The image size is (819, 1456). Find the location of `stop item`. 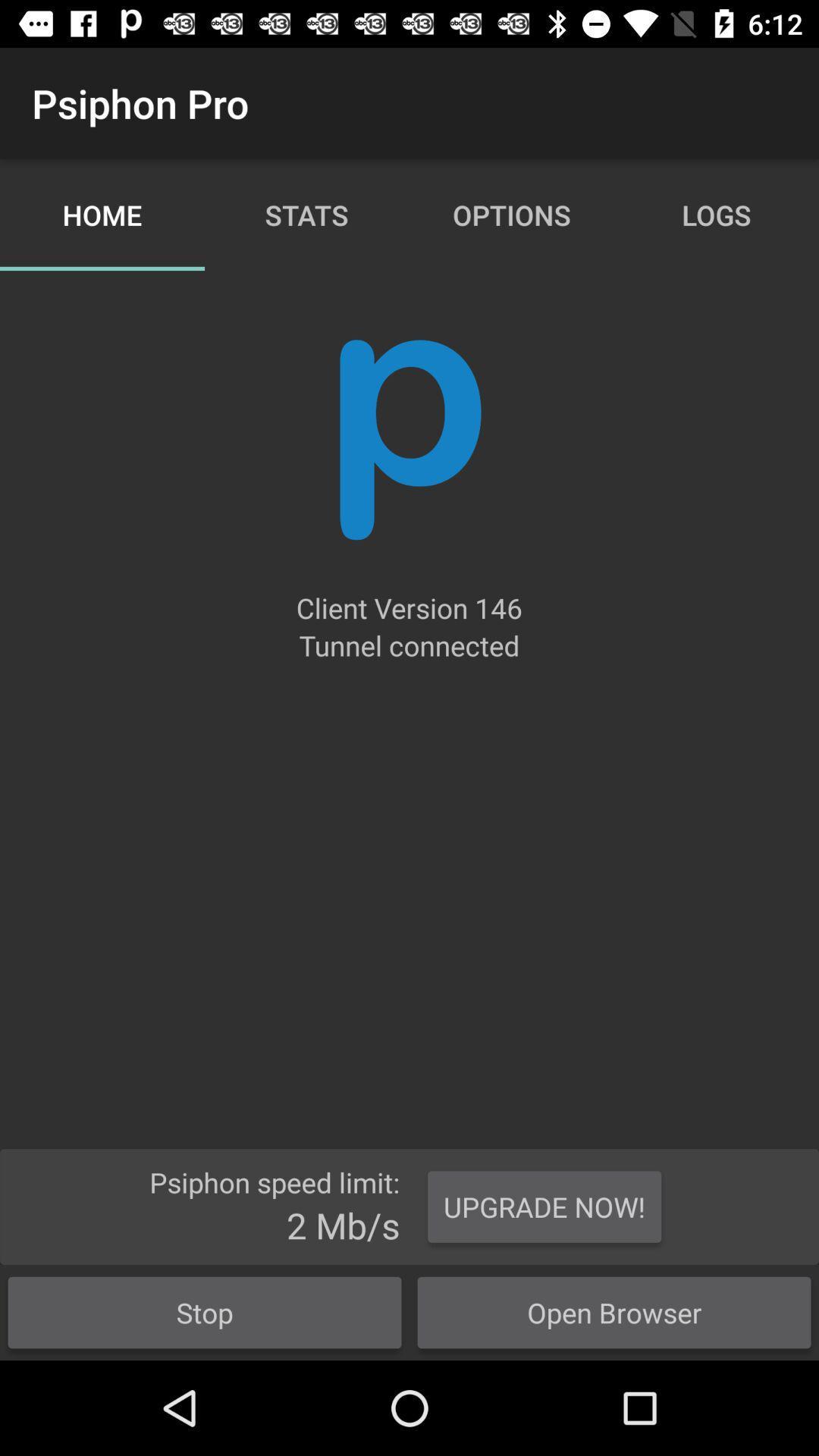

stop item is located at coordinates (205, 1312).